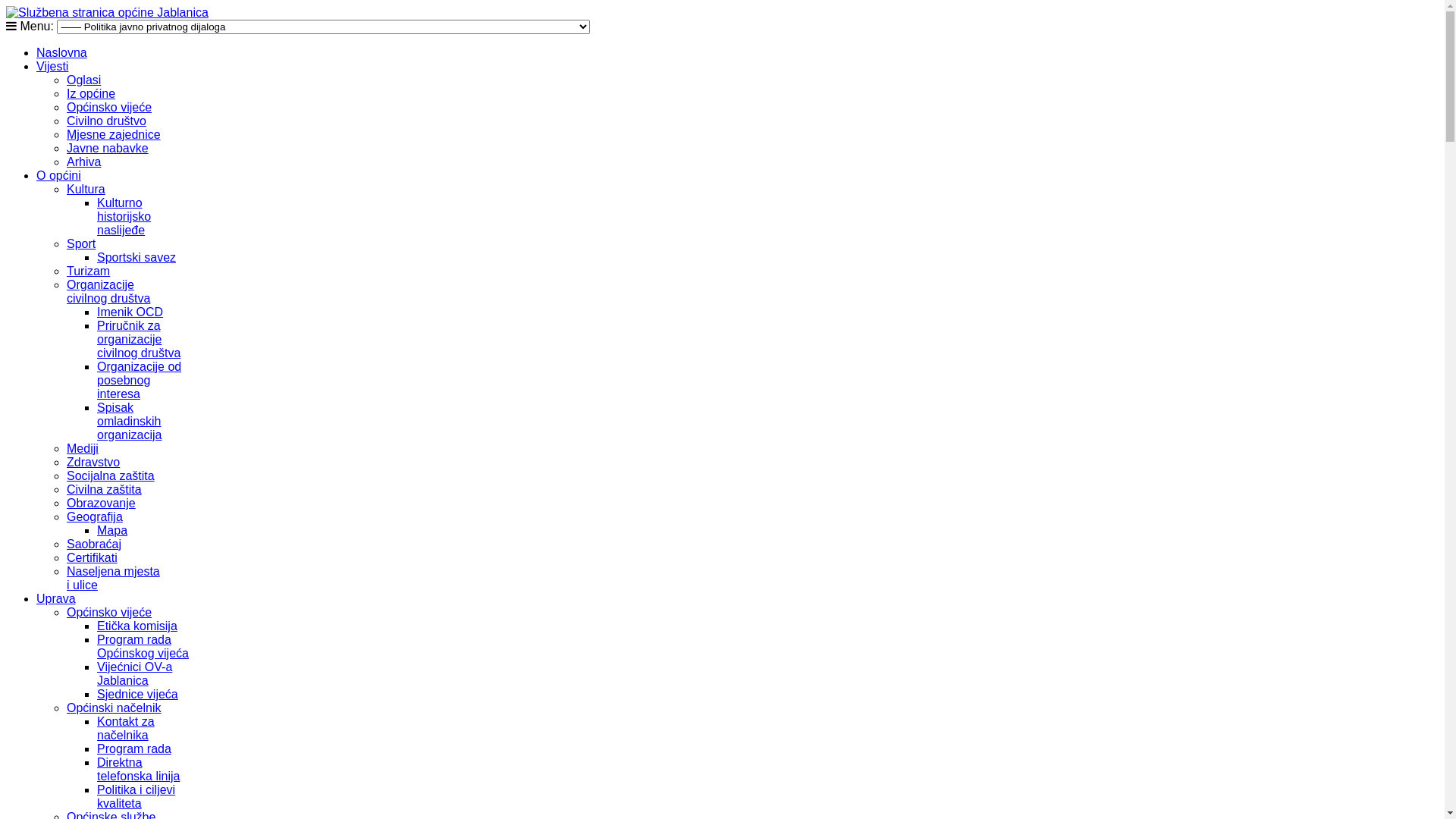 The image size is (1456, 819). What do you see at coordinates (36, 598) in the screenshot?
I see `'Uprava'` at bounding box center [36, 598].